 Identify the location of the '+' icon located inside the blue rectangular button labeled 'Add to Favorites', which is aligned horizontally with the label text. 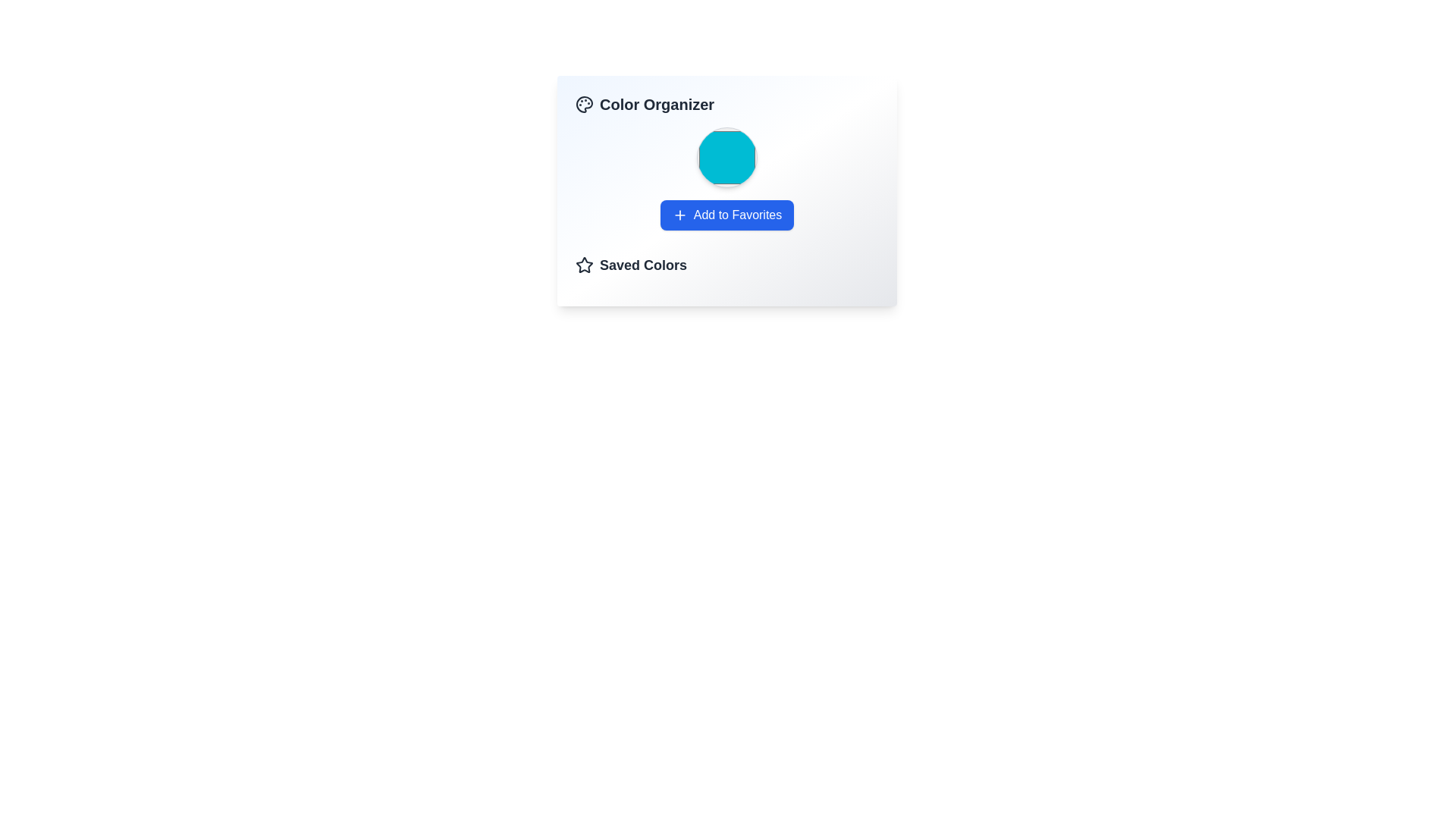
(679, 215).